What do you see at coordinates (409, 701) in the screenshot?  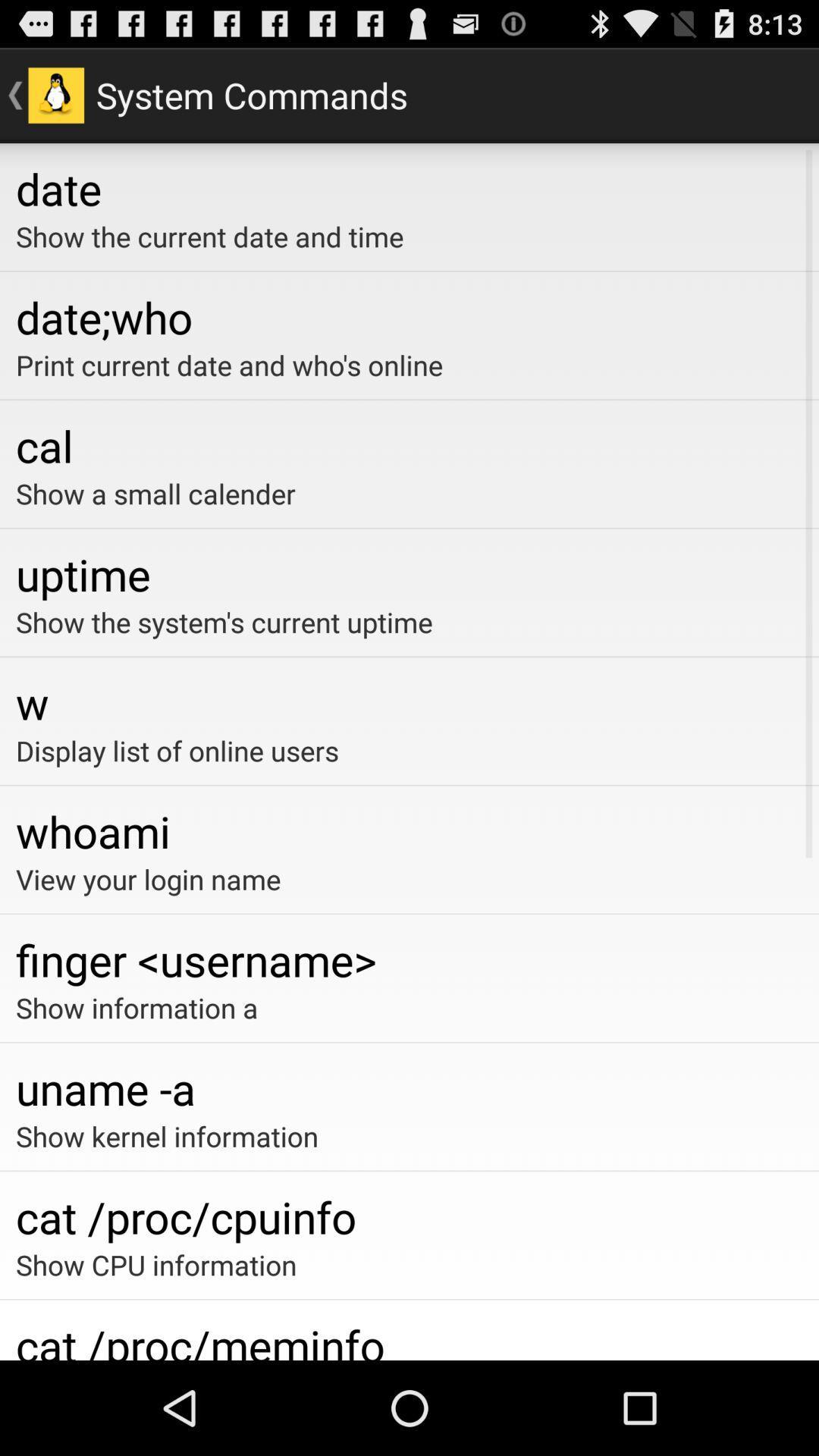 I see `app below show the system app` at bounding box center [409, 701].